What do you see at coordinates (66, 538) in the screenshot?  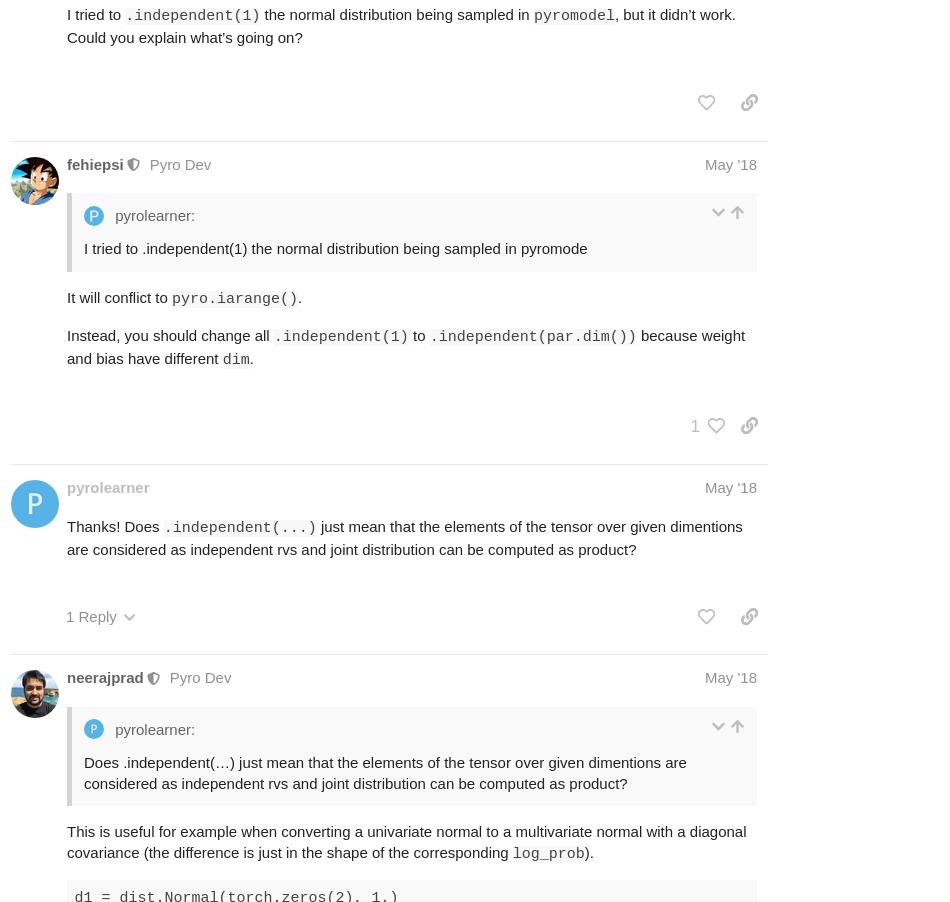 I see `'just mean that the elements of the tensor over given dimentions are considered as independent rvs and joint distribution can be computed as product?'` at bounding box center [66, 538].